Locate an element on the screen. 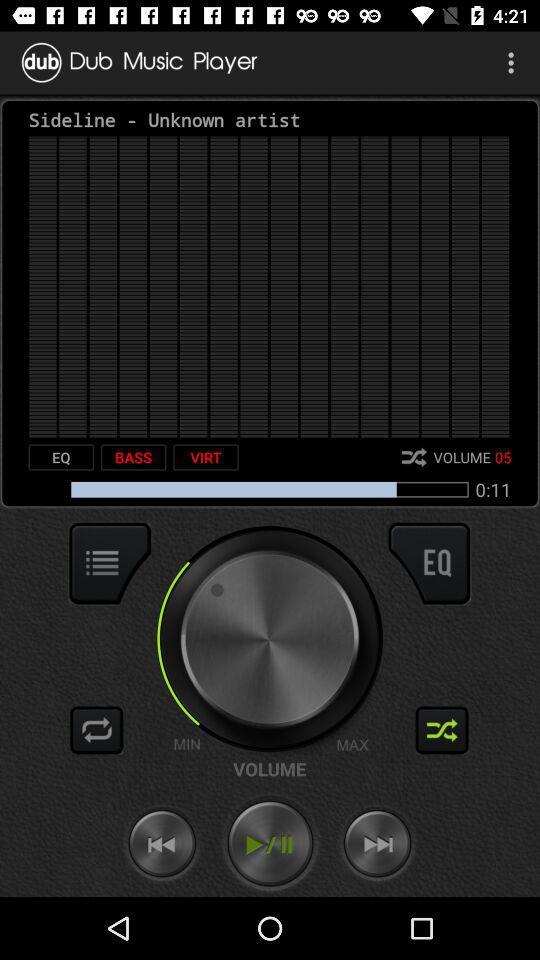  display options is located at coordinates (110, 563).